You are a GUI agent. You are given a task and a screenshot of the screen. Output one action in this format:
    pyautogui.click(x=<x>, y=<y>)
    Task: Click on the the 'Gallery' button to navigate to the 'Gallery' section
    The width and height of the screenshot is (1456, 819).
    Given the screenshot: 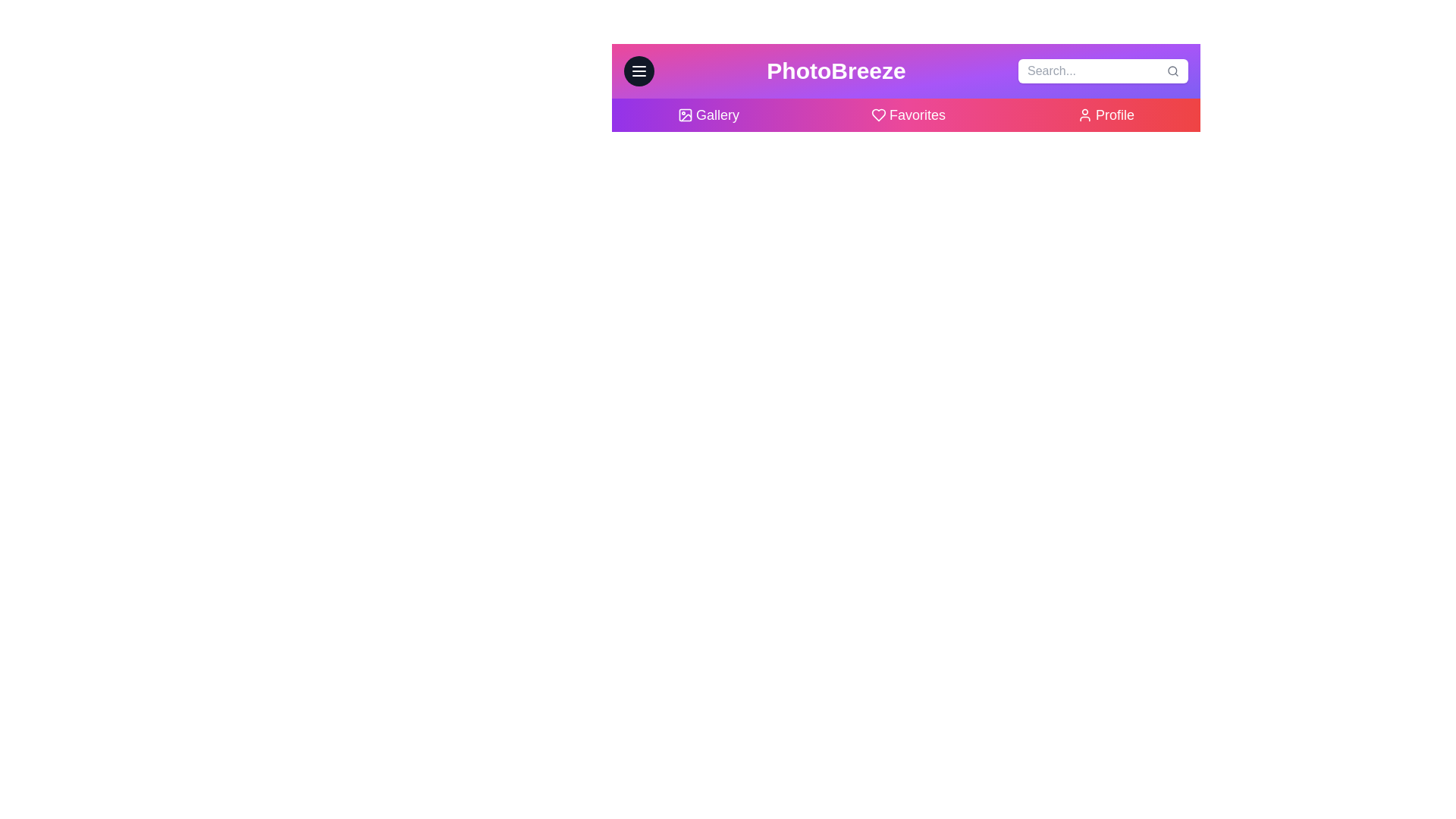 What is the action you would take?
    pyautogui.click(x=708, y=114)
    